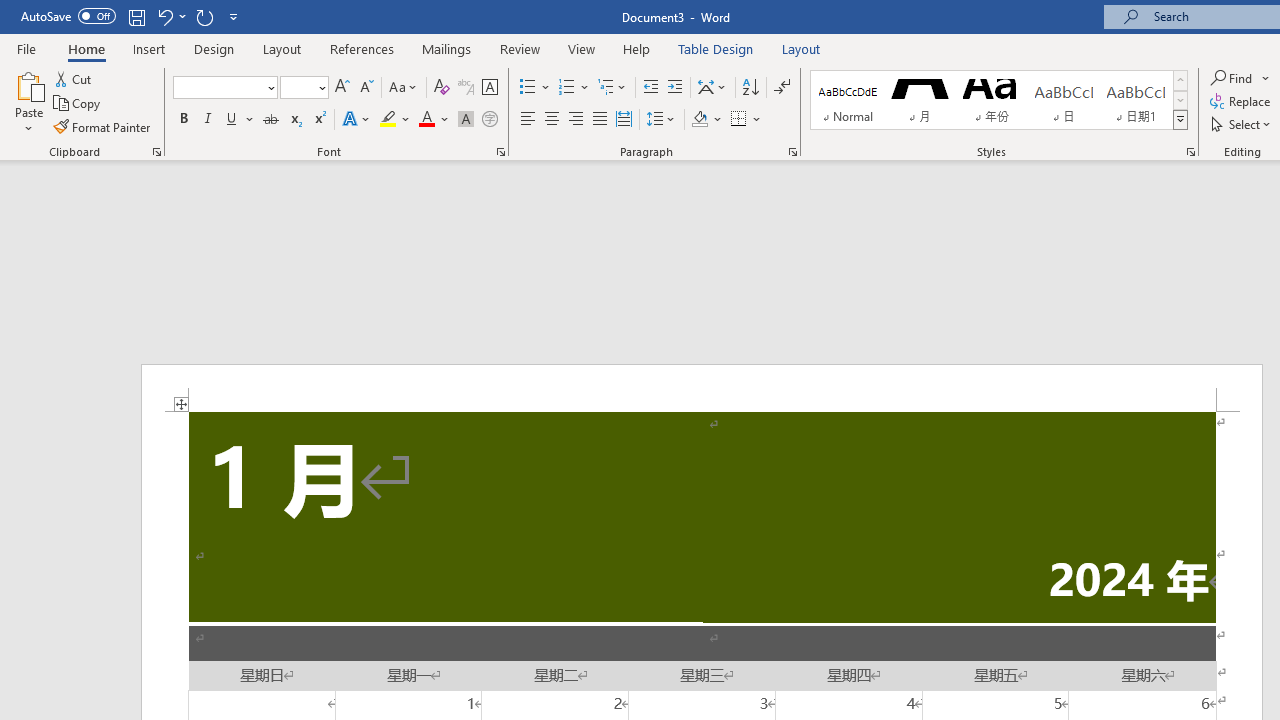  Describe the element at coordinates (781, 86) in the screenshot. I see `'Show/Hide Editing Marks'` at that location.